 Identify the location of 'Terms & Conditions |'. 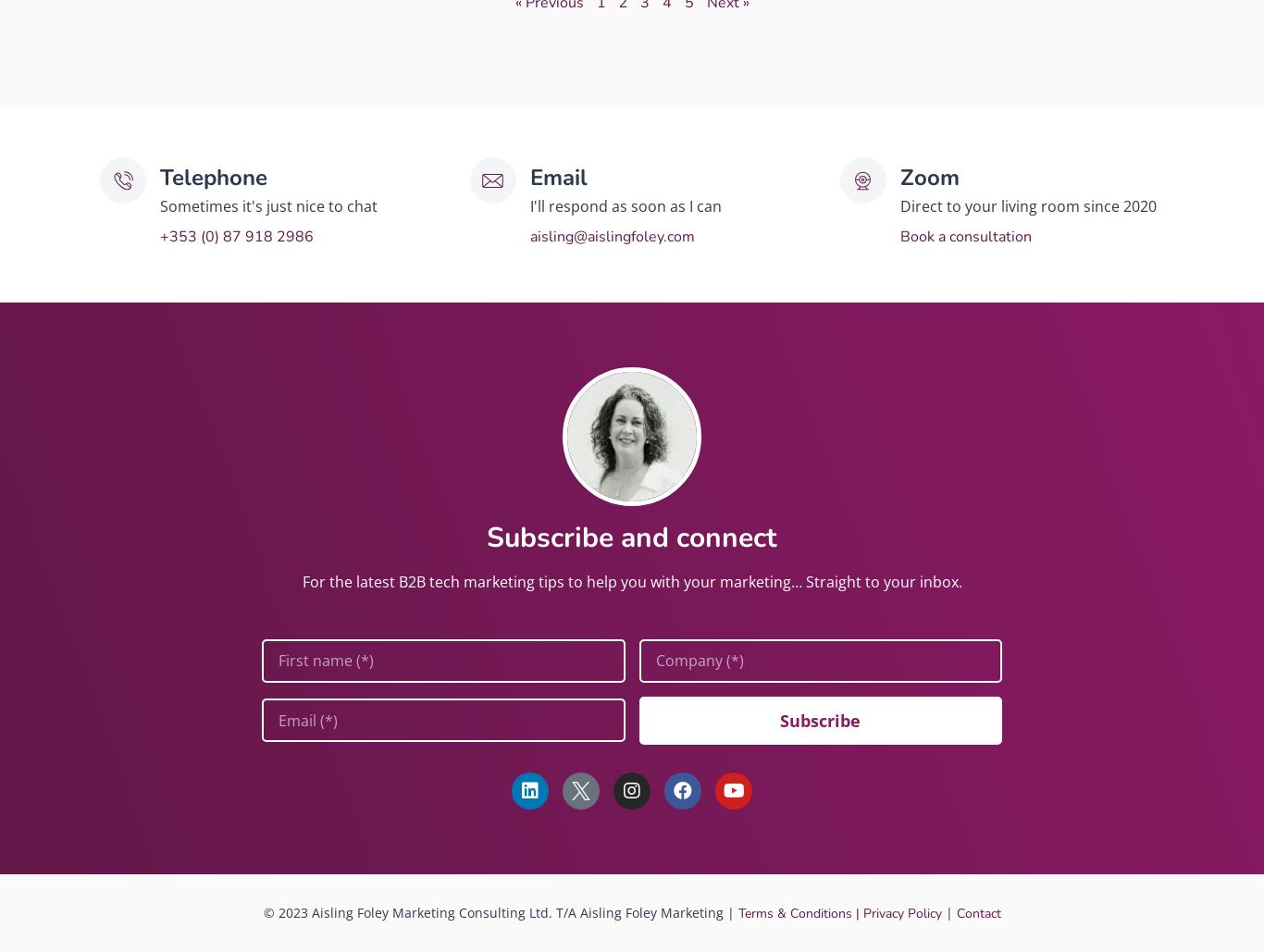
(737, 911).